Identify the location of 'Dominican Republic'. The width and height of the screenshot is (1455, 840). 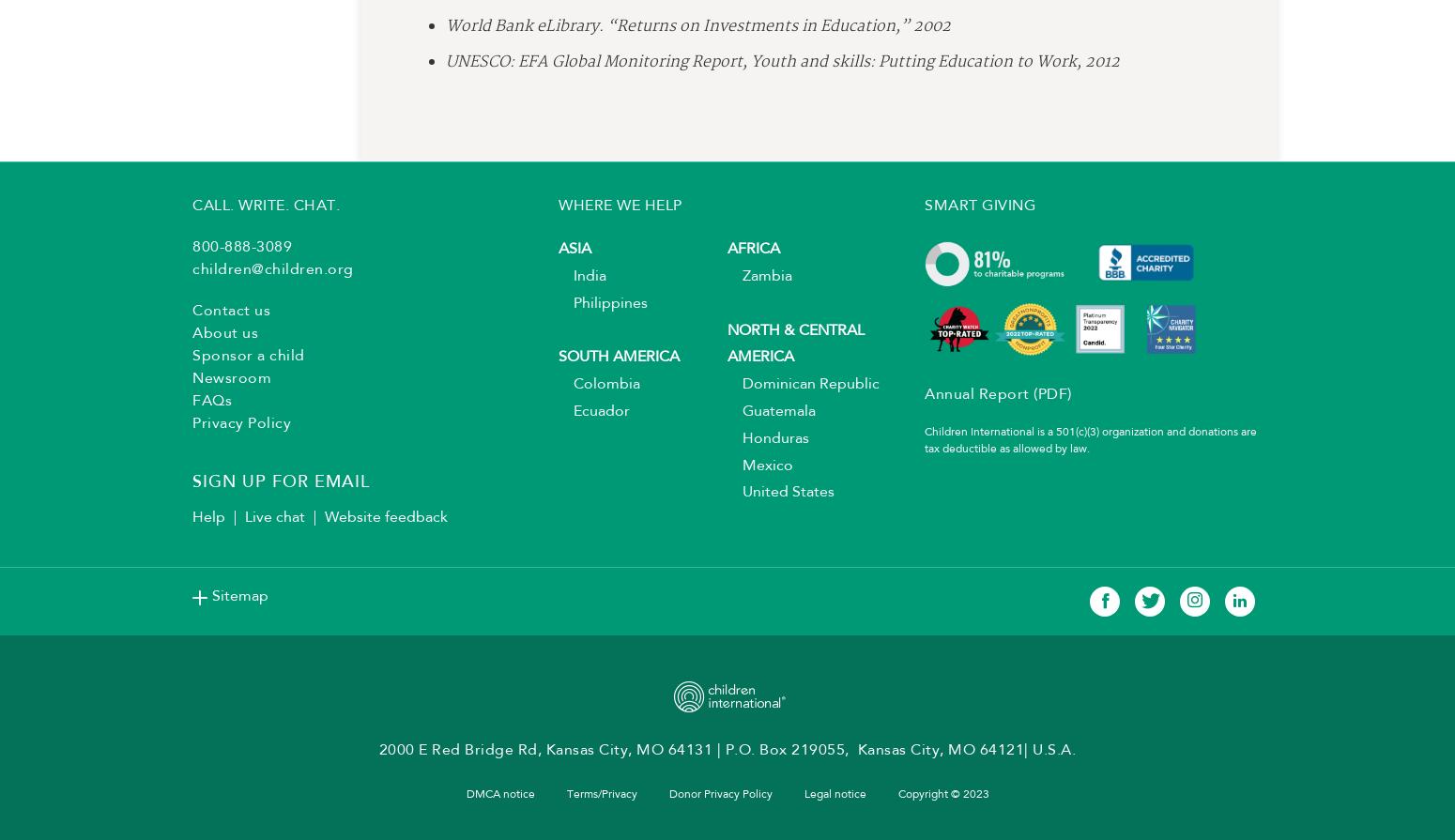
(804, 391).